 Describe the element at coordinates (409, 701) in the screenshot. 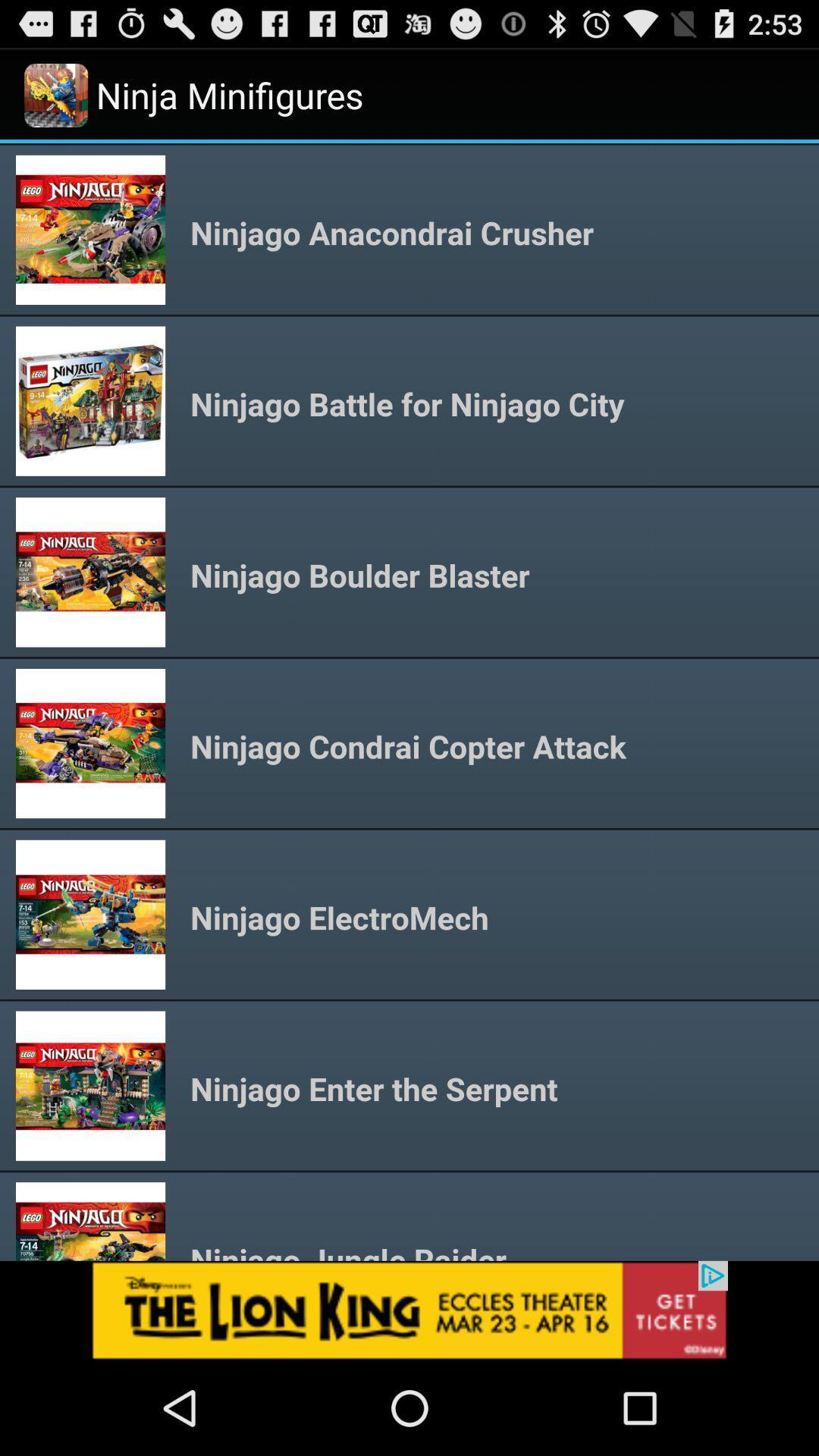

I see `content area` at that location.